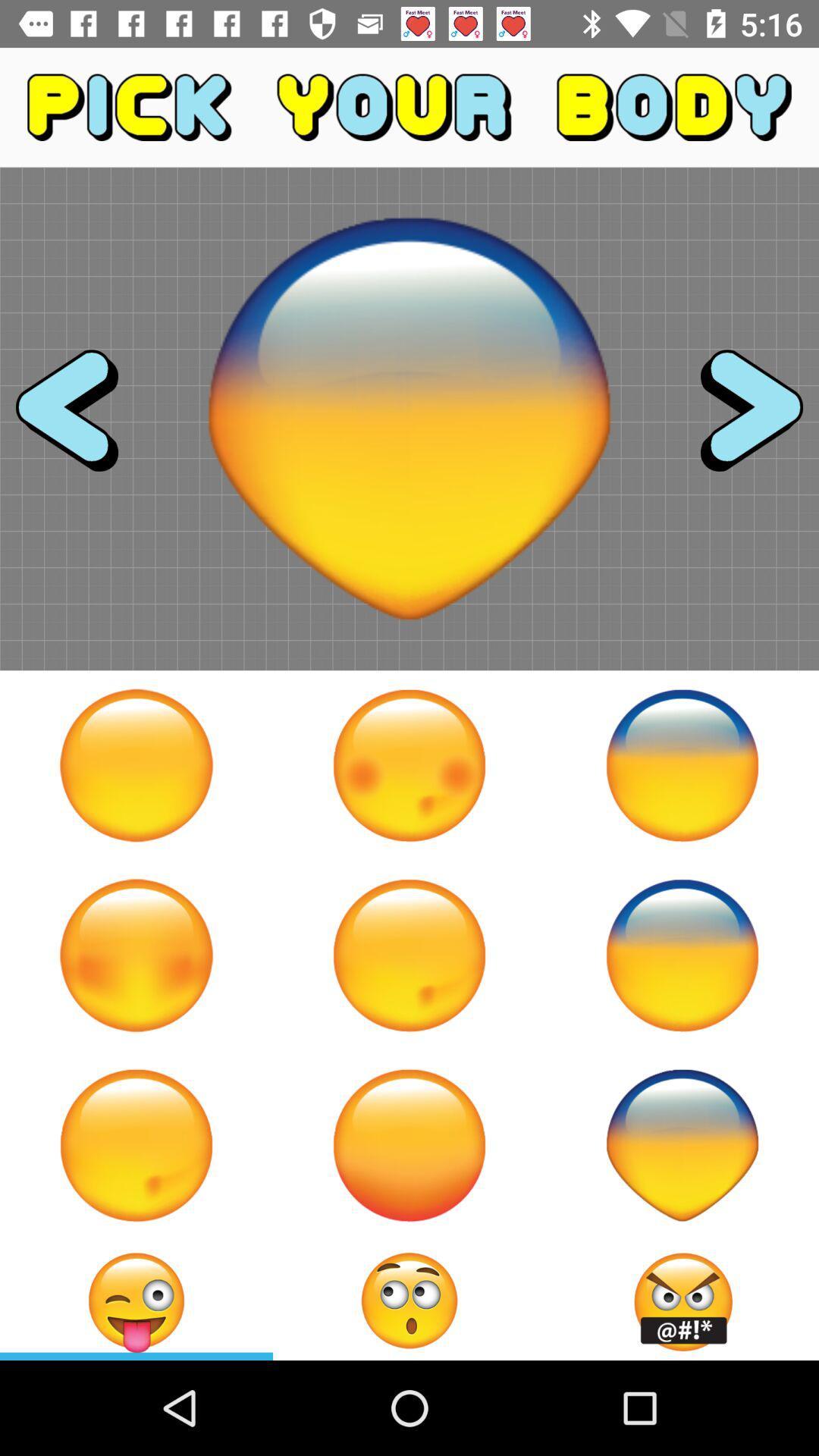 The height and width of the screenshot is (1456, 819). What do you see at coordinates (681, 954) in the screenshot?
I see `the emoji` at bounding box center [681, 954].